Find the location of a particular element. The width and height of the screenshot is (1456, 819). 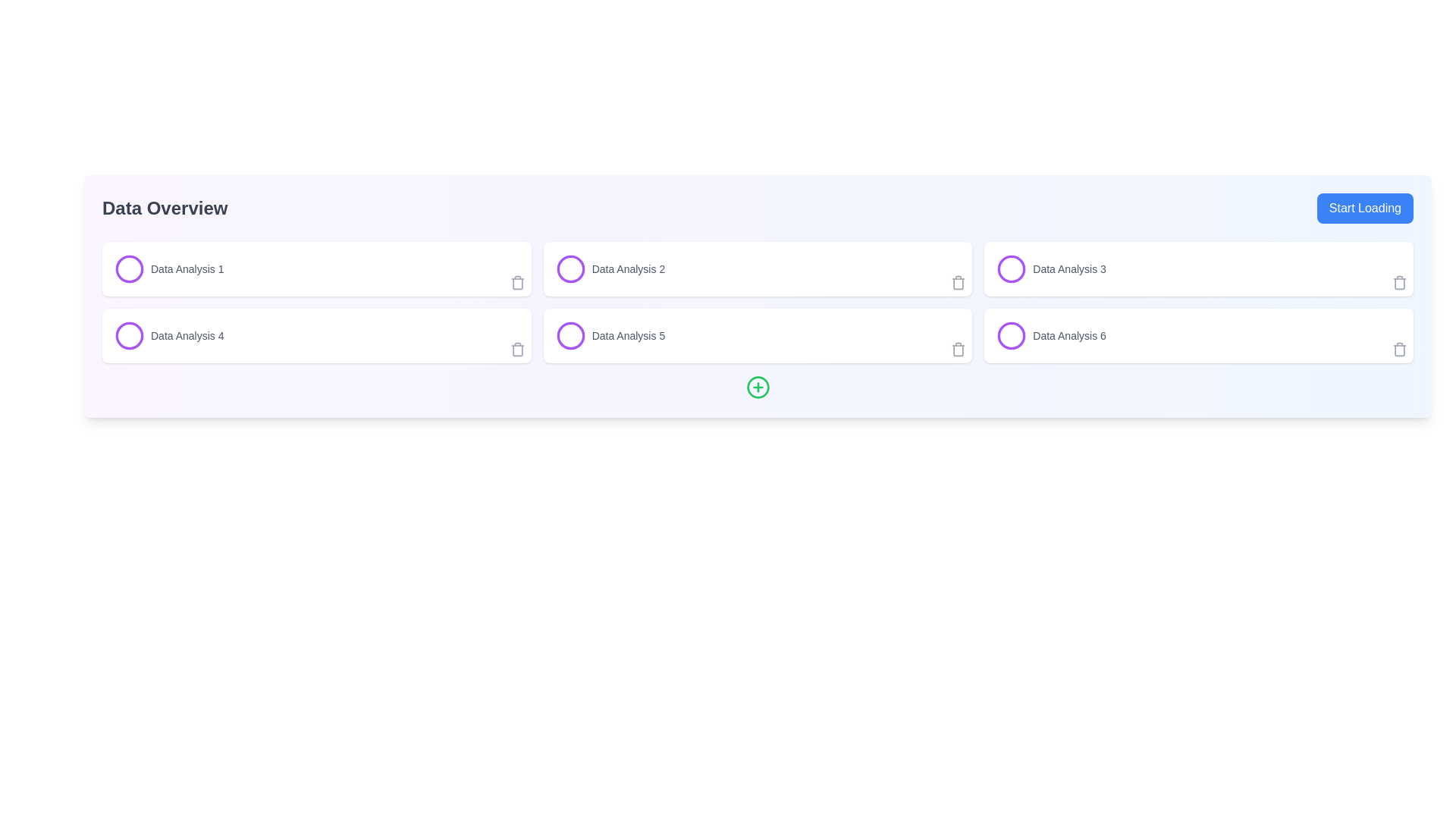

the small gray trash can icon located in the bottom-right corner of the 'Data Analysis 6' card is located at coordinates (1399, 350).